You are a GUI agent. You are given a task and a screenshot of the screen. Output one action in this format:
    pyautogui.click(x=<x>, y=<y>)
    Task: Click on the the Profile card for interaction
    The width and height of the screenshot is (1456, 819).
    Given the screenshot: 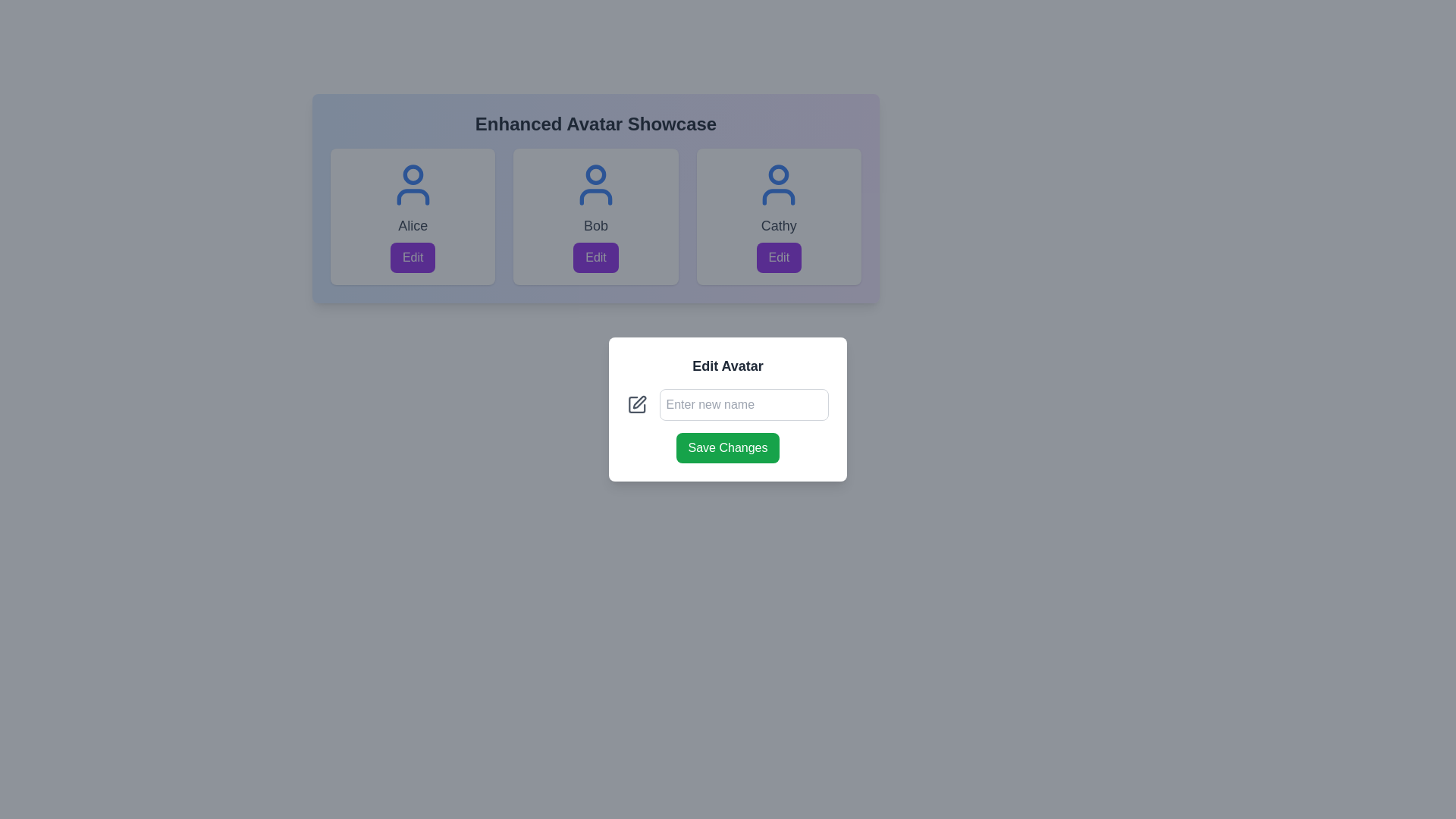 What is the action you would take?
    pyautogui.click(x=413, y=216)
    